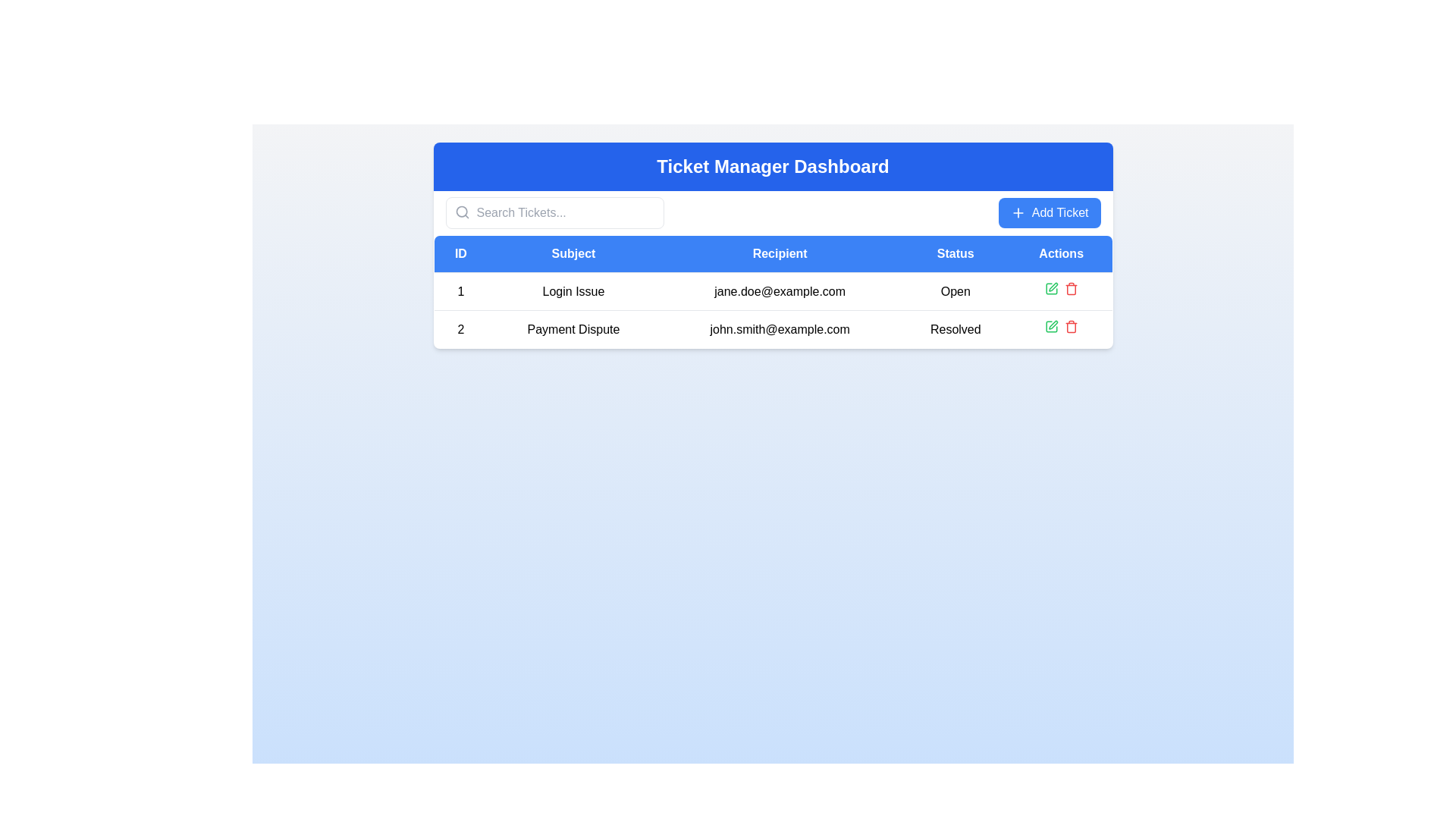 This screenshot has height=819, width=1456. Describe the element at coordinates (1049, 213) in the screenshot. I see `the button located in the upper-right corner of the central white card's header section, adjacent to the search bar, to observe hover effects` at that location.